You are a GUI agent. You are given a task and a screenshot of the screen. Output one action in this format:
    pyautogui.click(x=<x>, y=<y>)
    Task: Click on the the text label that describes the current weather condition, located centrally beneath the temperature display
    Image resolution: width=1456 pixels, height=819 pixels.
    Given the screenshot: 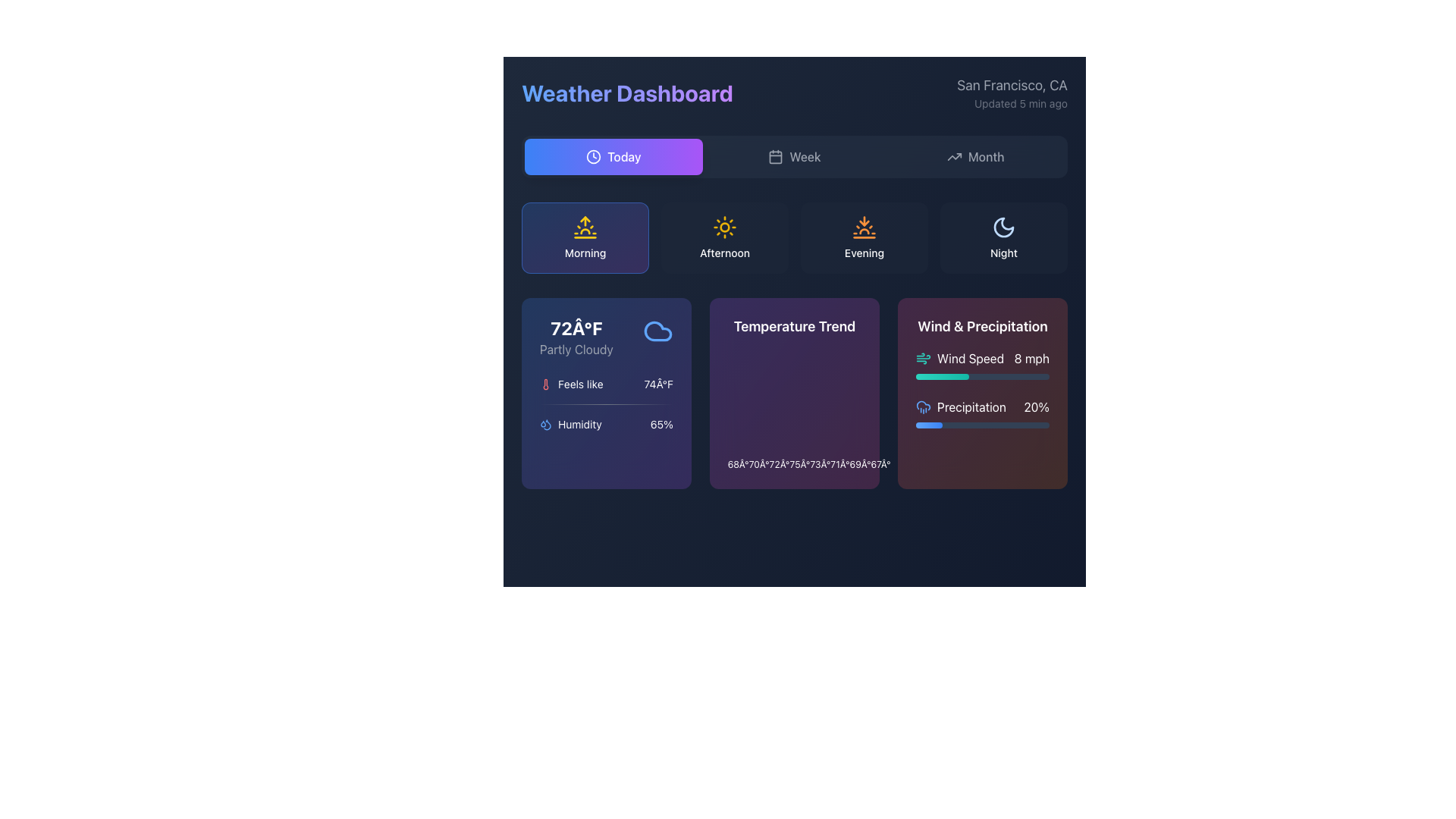 What is the action you would take?
    pyautogui.click(x=576, y=350)
    